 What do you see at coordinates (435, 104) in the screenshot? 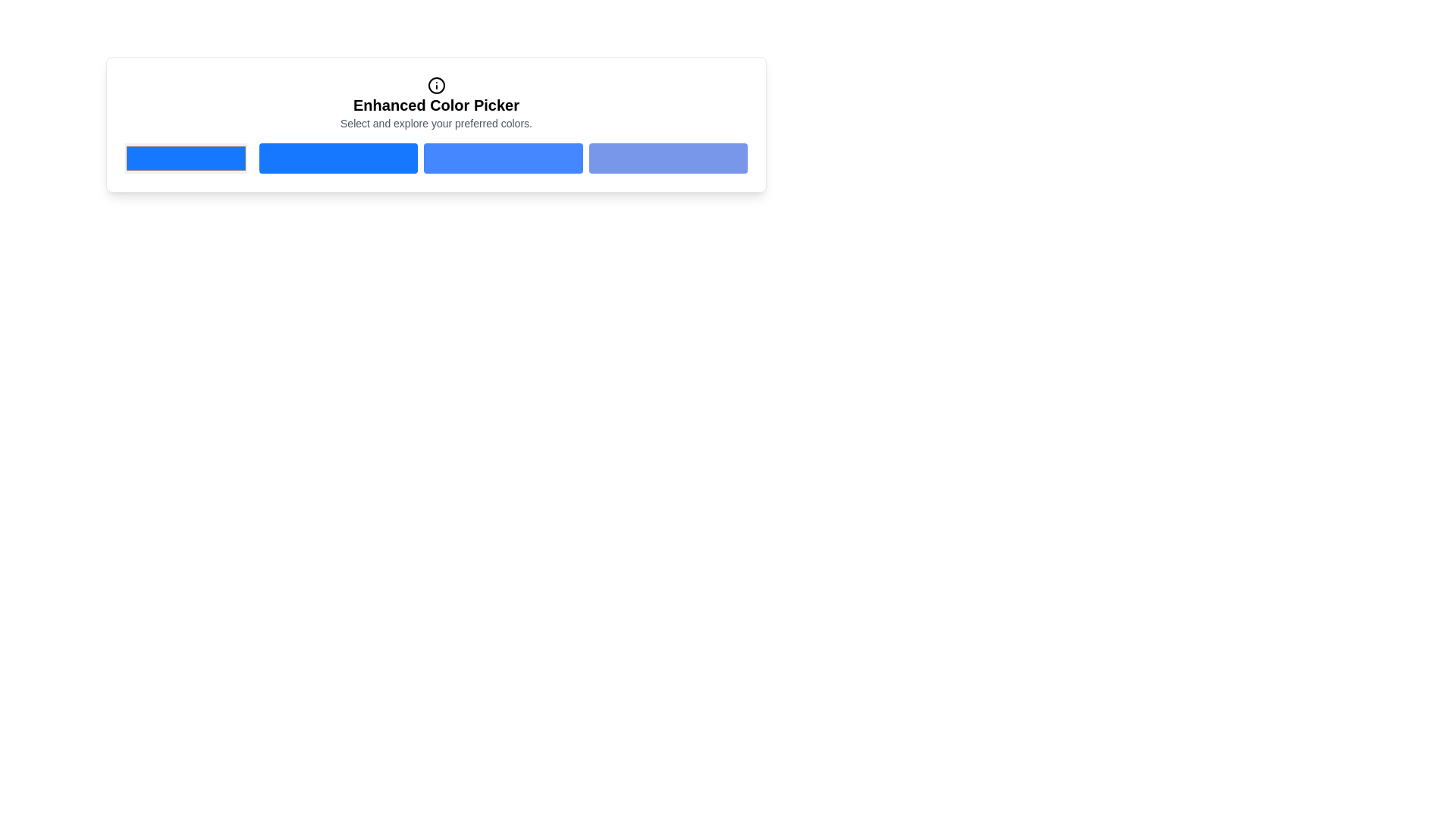
I see `the text label that serves as a title or heading, located horizontally centered above a descriptive text line and below a small circular info icon` at bounding box center [435, 104].